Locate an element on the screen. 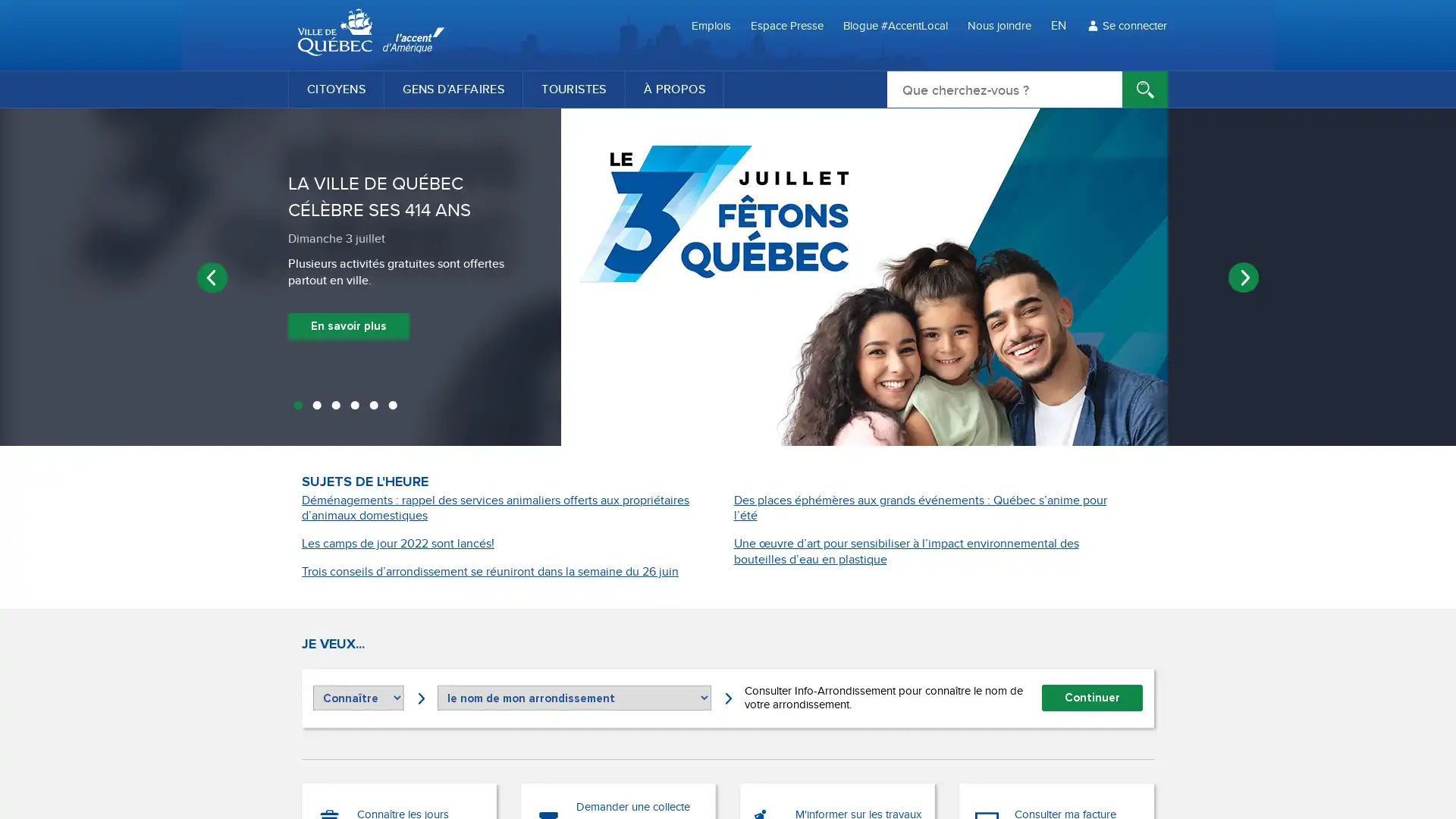 The height and width of the screenshot is (819, 1456). Diapositive numero 5 is located at coordinates (373, 406).